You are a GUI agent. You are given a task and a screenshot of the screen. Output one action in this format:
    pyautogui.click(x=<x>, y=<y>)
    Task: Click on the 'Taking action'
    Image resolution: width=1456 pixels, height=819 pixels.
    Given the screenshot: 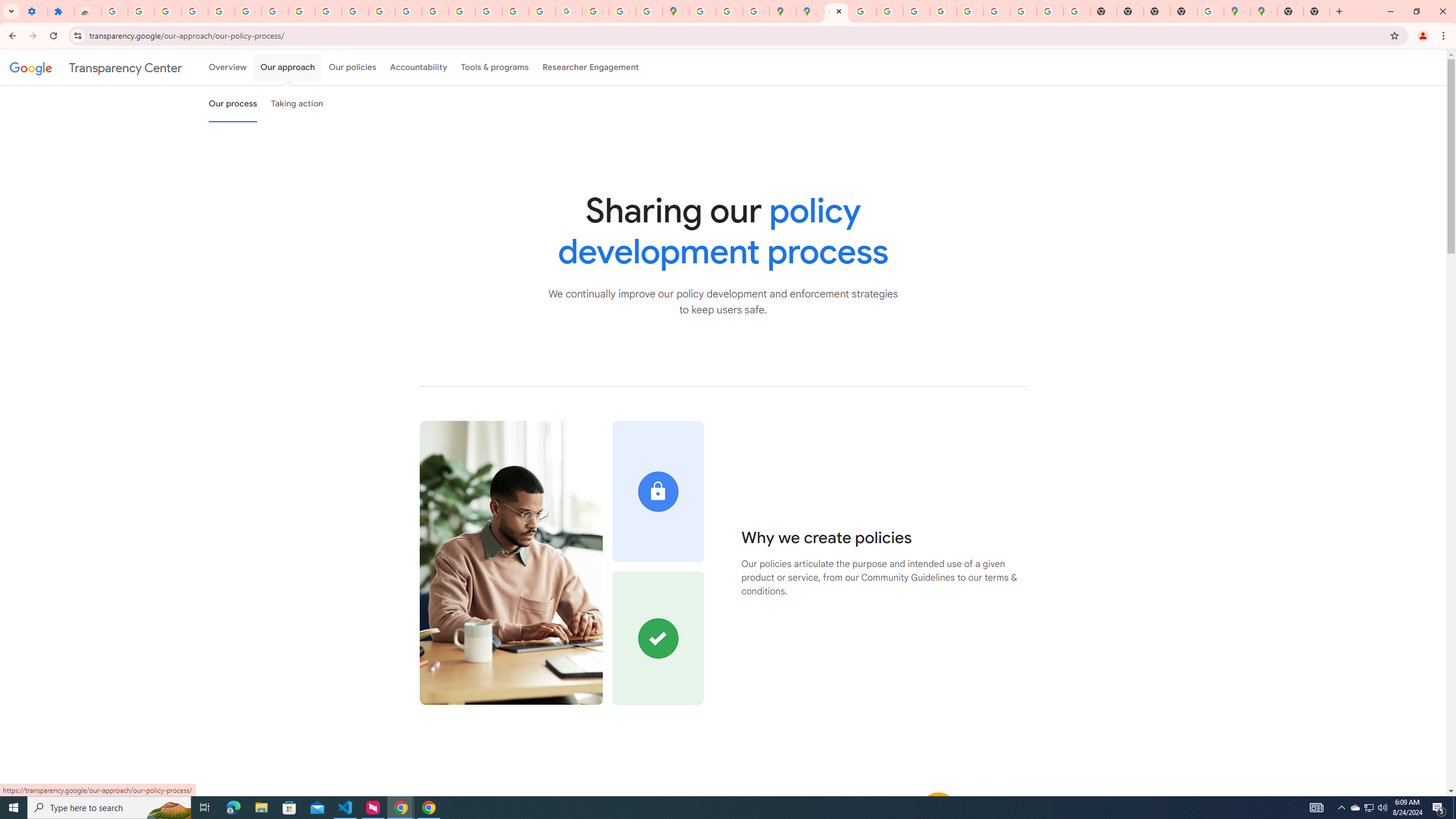 What is the action you would take?
    pyautogui.click(x=296, y=103)
    